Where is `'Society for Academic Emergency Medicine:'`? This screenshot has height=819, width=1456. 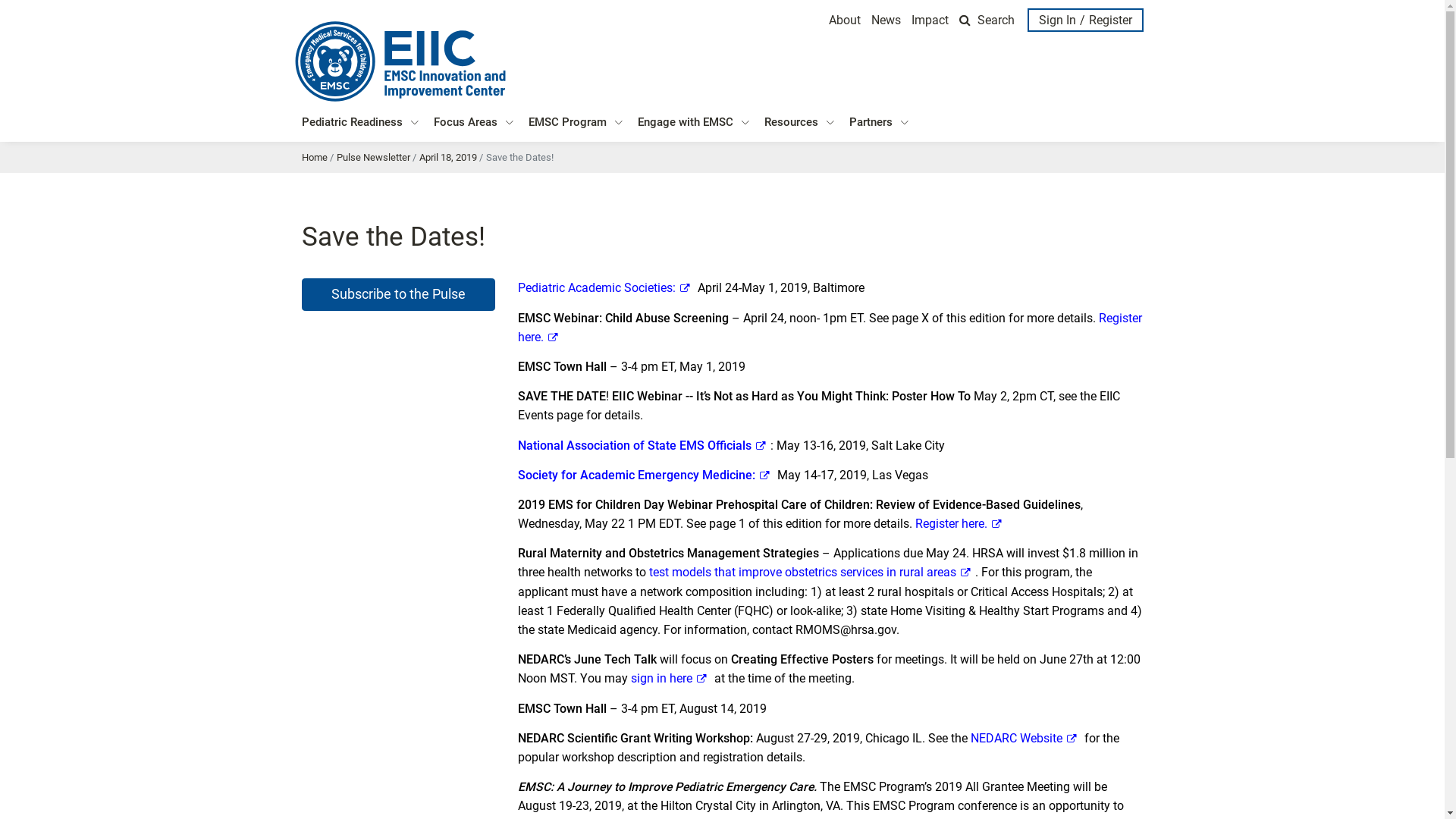
'Society for Academic Emergency Medicine:' is located at coordinates (645, 474).